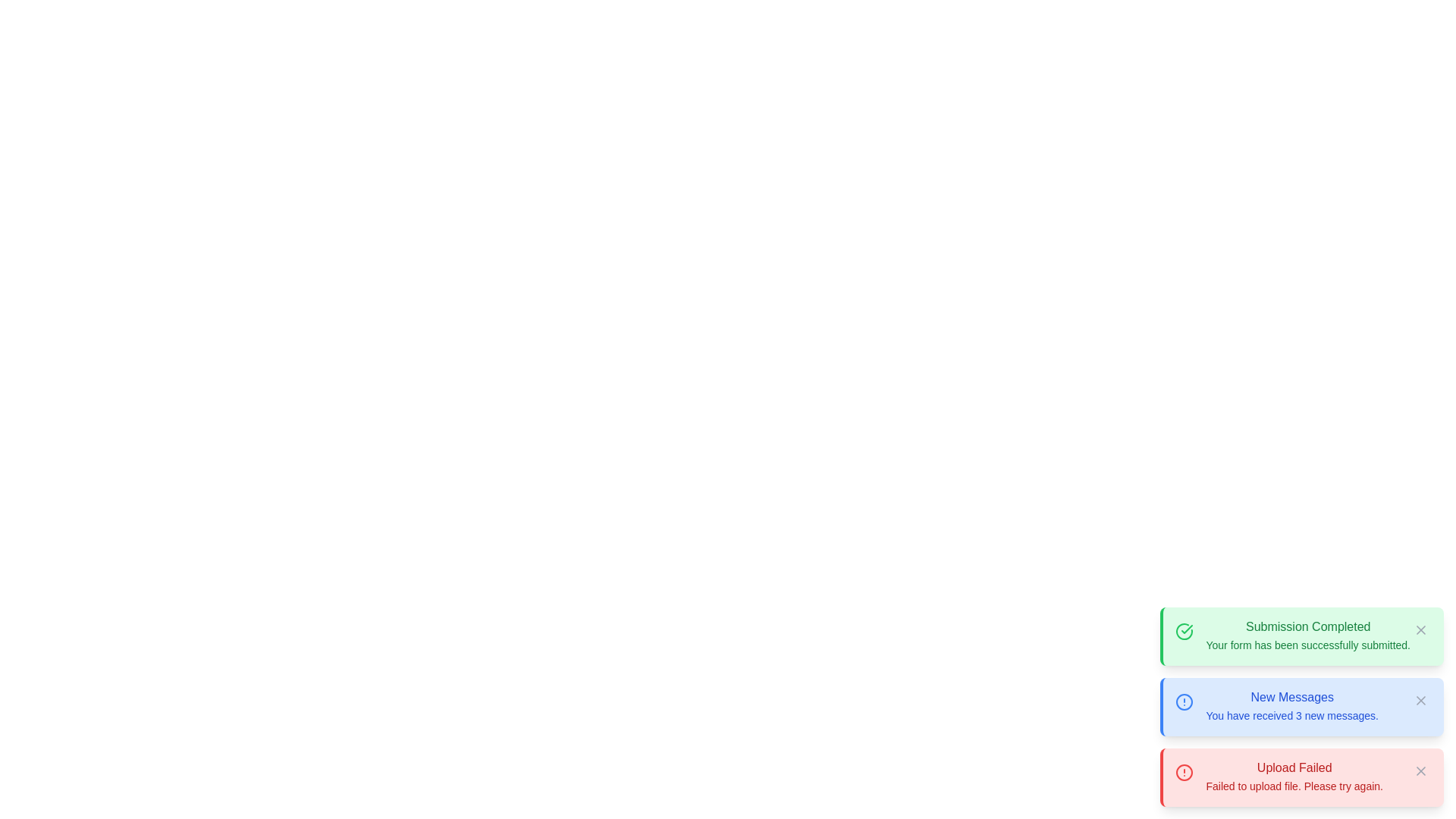  What do you see at coordinates (1420, 629) in the screenshot?
I see `the small 'X' icon button located at the top-right corner of the 'Submission Completed' green alert box to observe a visual change` at bounding box center [1420, 629].